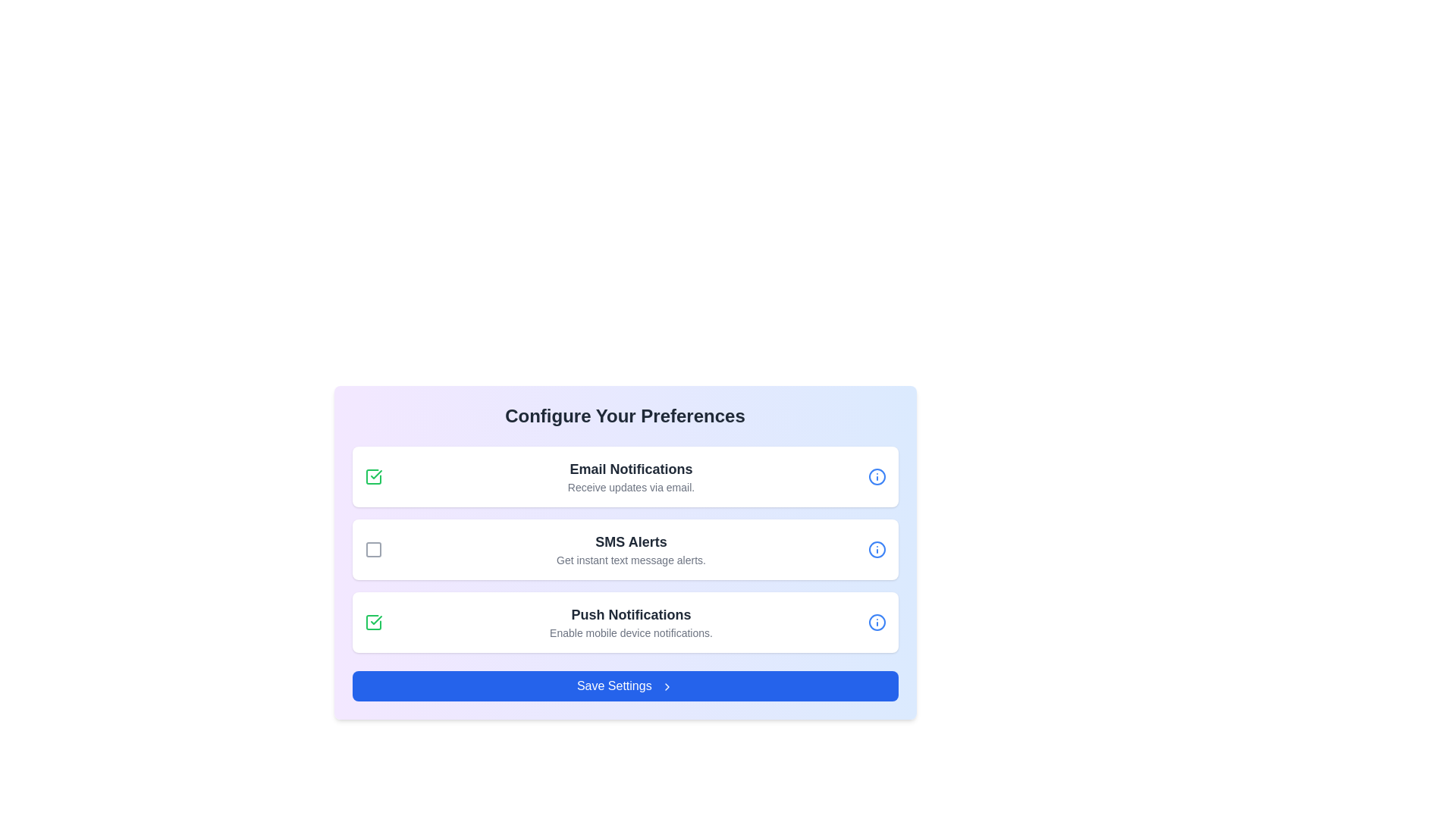 The width and height of the screenshot is (1456, 819). I want to click on the inactive checkbox located to the left of the 'SMS Alerts' text, so click(373, 550).